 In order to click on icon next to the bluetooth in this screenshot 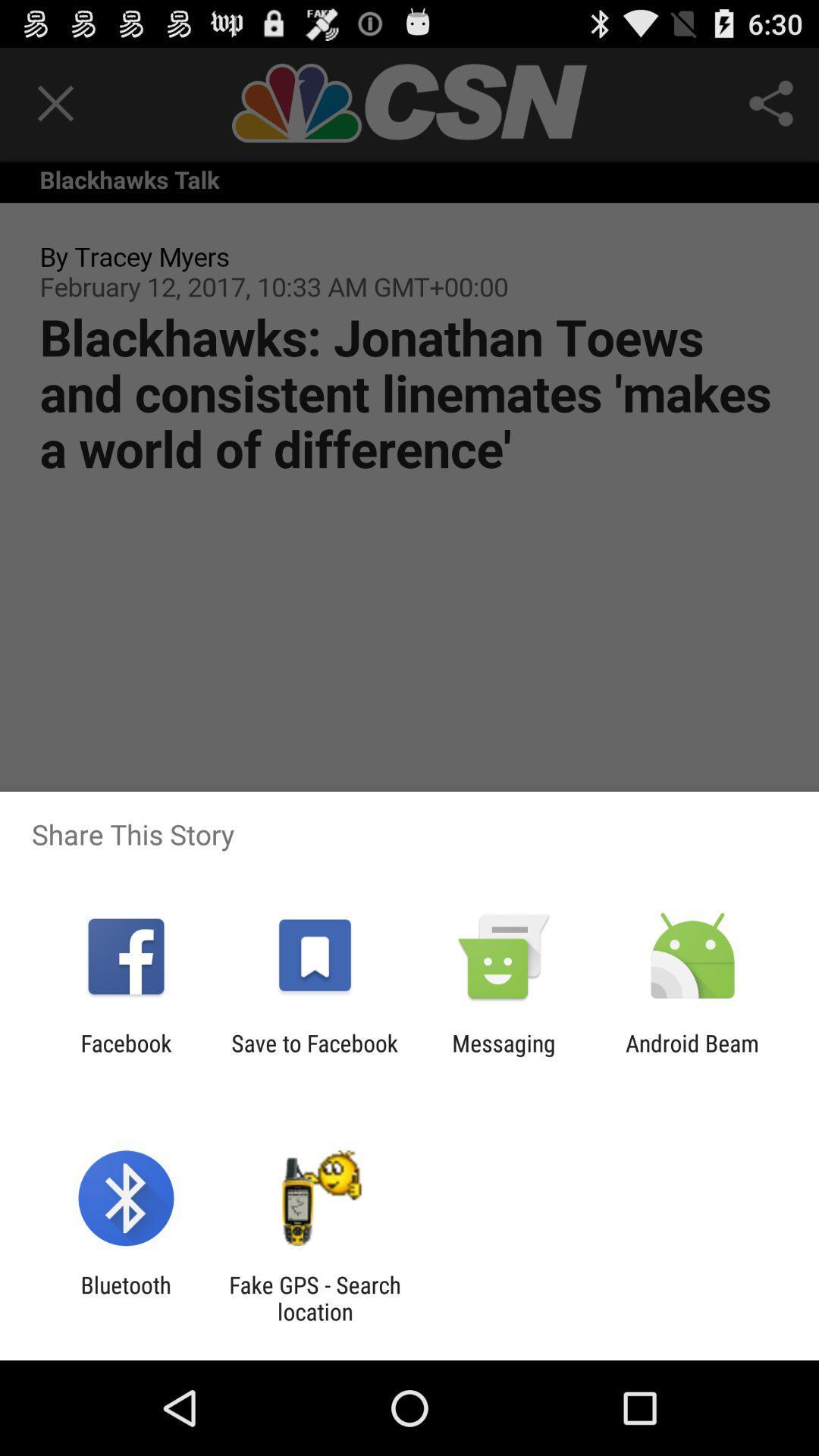, I will do `click(314, 1298)`.